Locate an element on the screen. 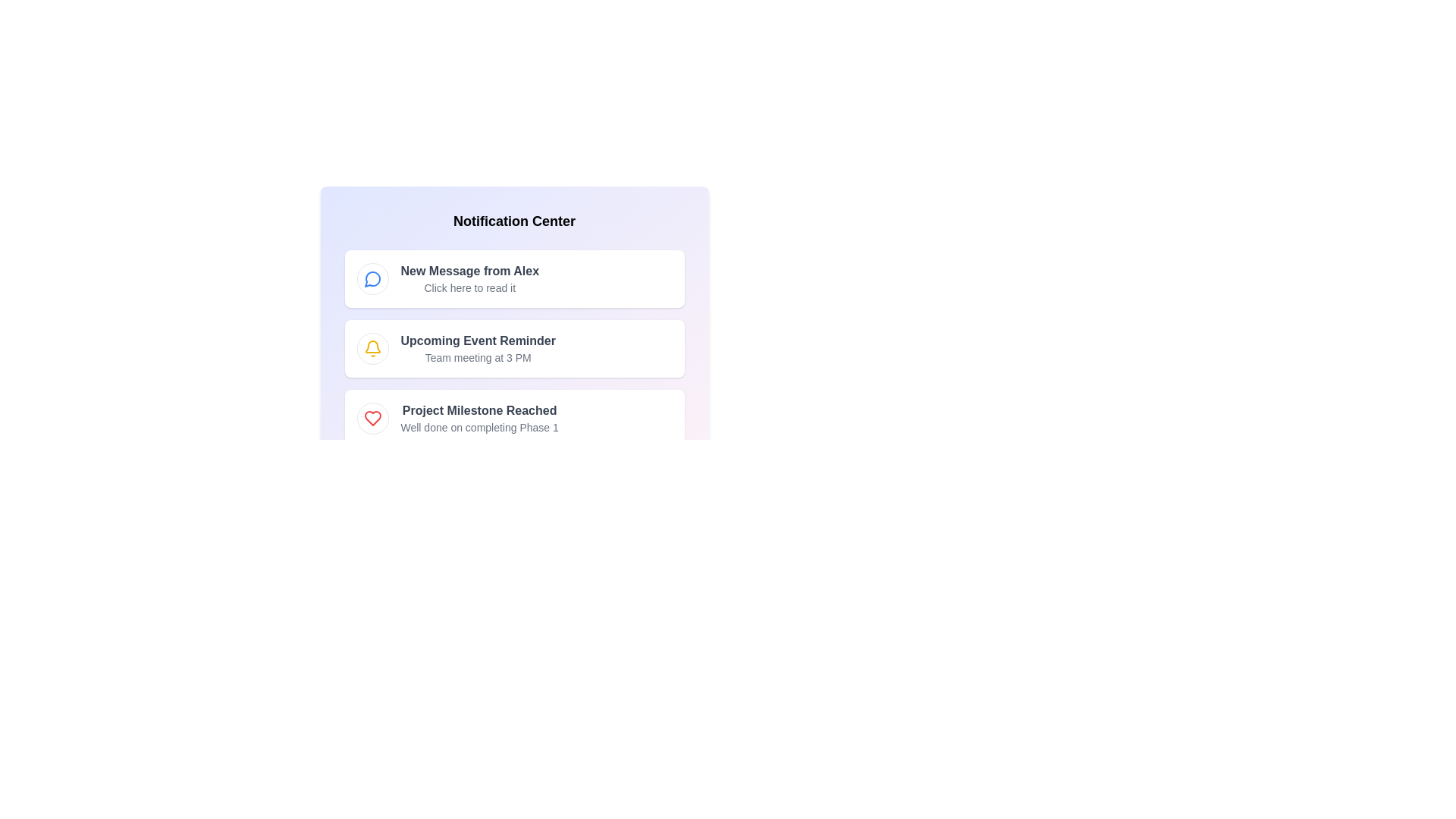 The width and height of the screenshot is (1456, 819). the title of the notification 'New Message from Alex' to highlight it is located at coordinates (469, 271).